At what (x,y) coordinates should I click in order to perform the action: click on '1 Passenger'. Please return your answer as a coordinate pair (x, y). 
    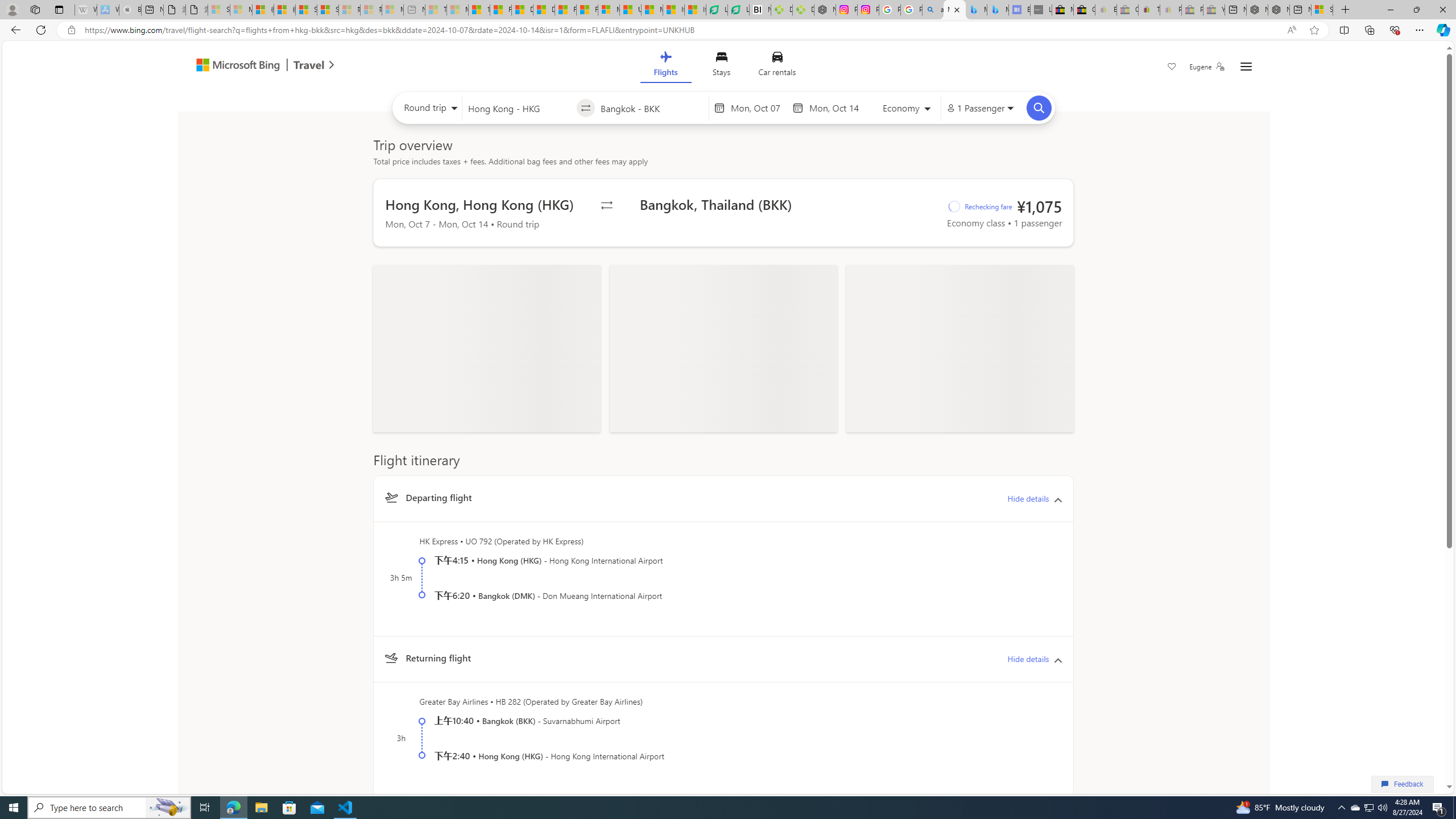
    Looking at the image, I should click on (979, 107).